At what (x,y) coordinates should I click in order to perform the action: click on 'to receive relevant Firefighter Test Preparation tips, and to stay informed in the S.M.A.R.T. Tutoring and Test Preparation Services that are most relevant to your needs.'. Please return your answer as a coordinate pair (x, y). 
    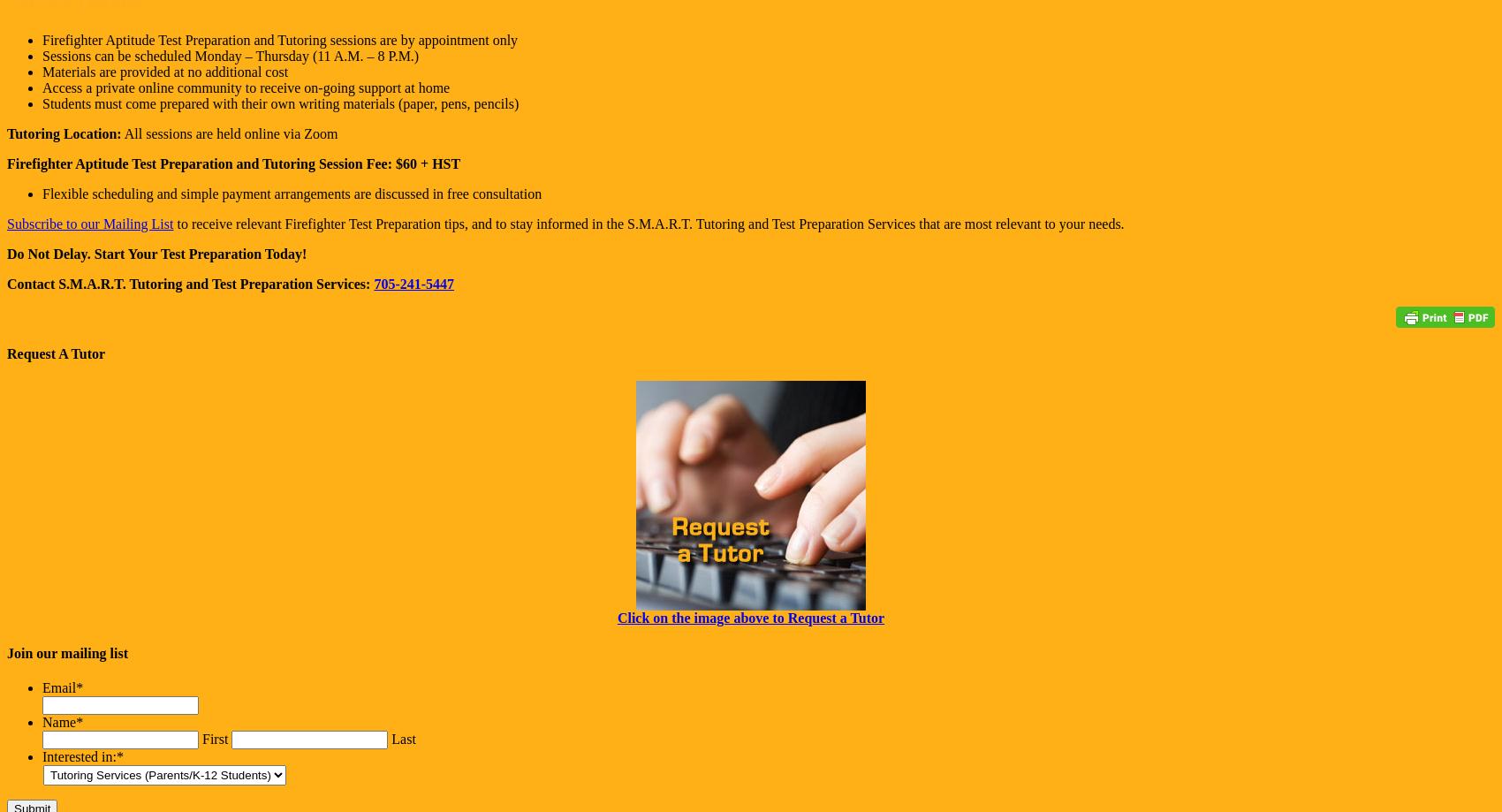
    Looking at the image, I should click on (649, 223).